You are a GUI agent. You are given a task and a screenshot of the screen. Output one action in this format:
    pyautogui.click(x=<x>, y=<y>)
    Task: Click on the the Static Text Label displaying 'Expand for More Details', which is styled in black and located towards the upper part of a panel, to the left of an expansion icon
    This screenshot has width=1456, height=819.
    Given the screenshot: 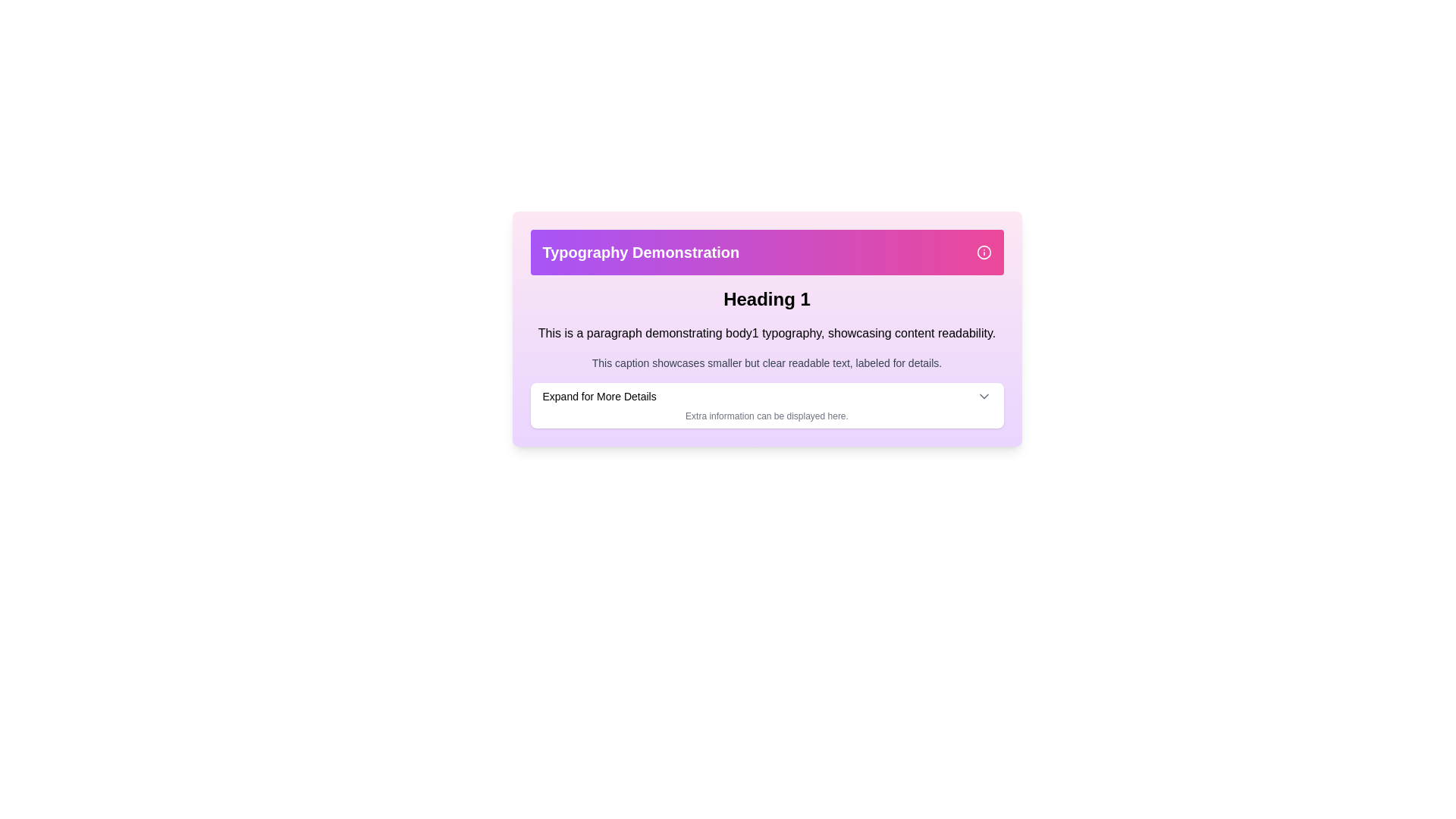 What is the action you would take?
    pyautogui.click(x=598, y=396)
    